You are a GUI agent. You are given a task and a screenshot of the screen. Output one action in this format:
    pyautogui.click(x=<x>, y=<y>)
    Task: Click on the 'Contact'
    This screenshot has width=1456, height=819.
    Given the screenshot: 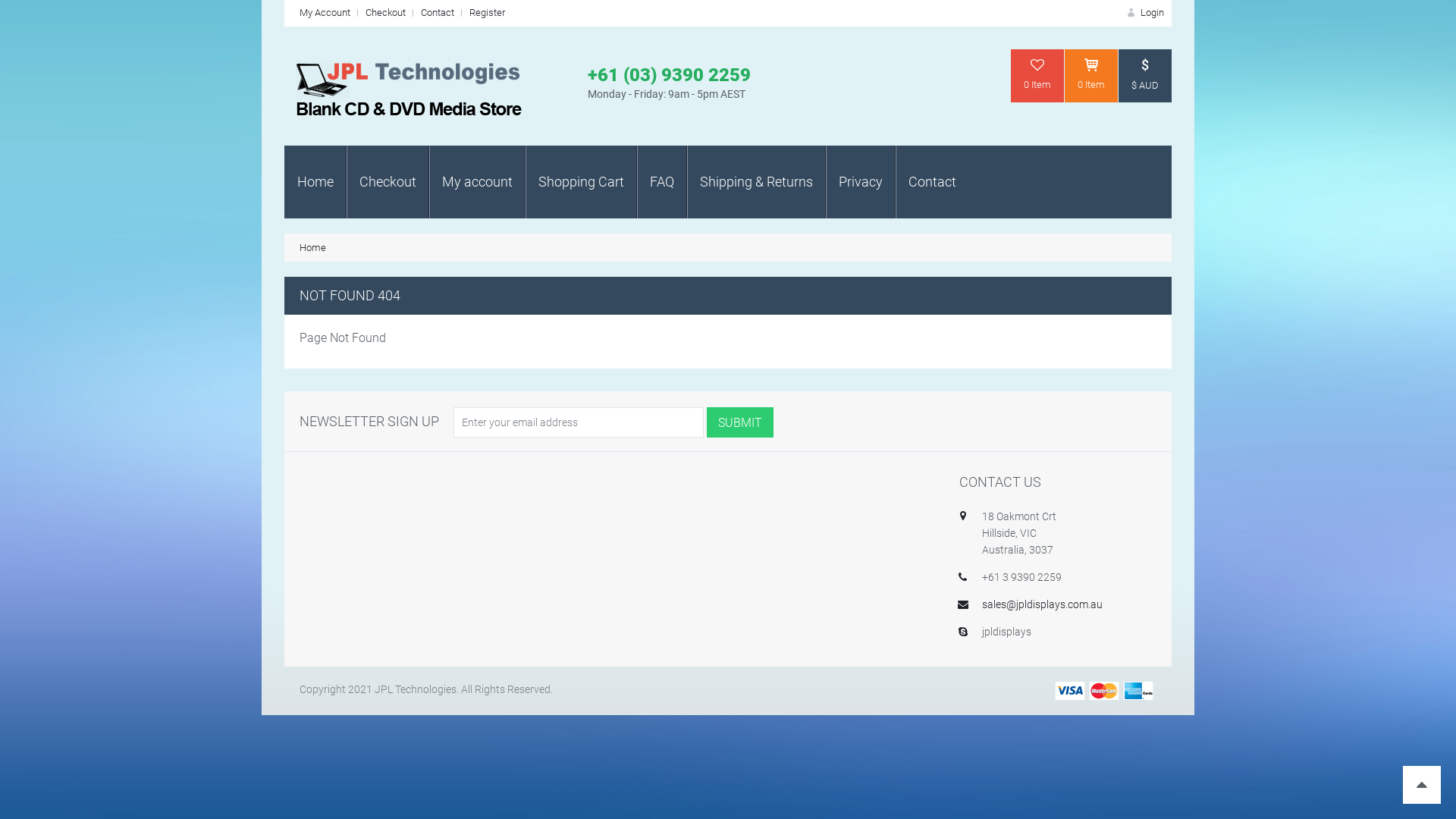 What is the action you would take?
    pyautogui.click(x=421, y=12)
    